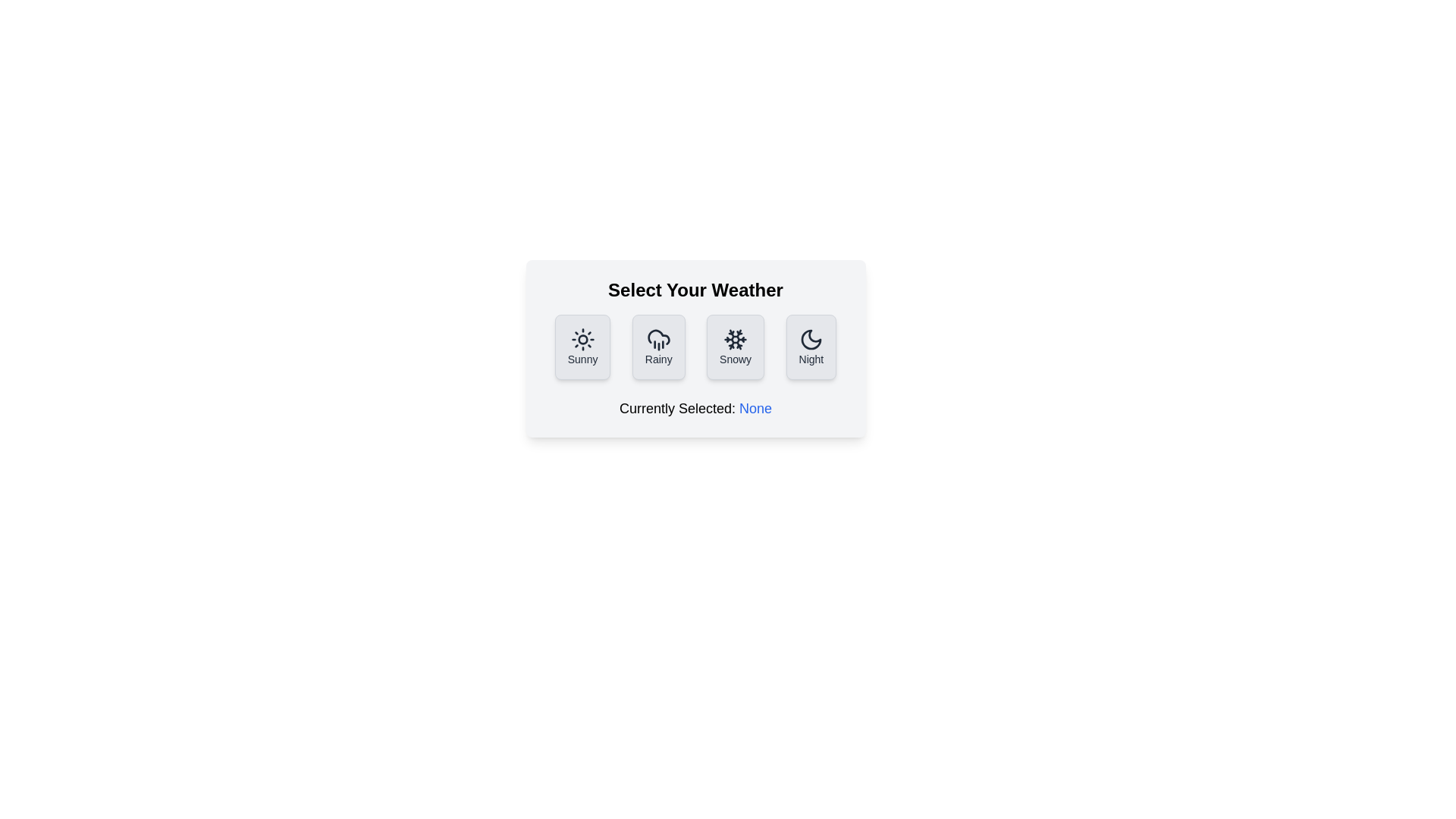  What do you see at coordinates (736, 338) in the screenshot?
I see `the snowflake icon representing the 'Snowy' weather option` at bounding box center [736, 338].